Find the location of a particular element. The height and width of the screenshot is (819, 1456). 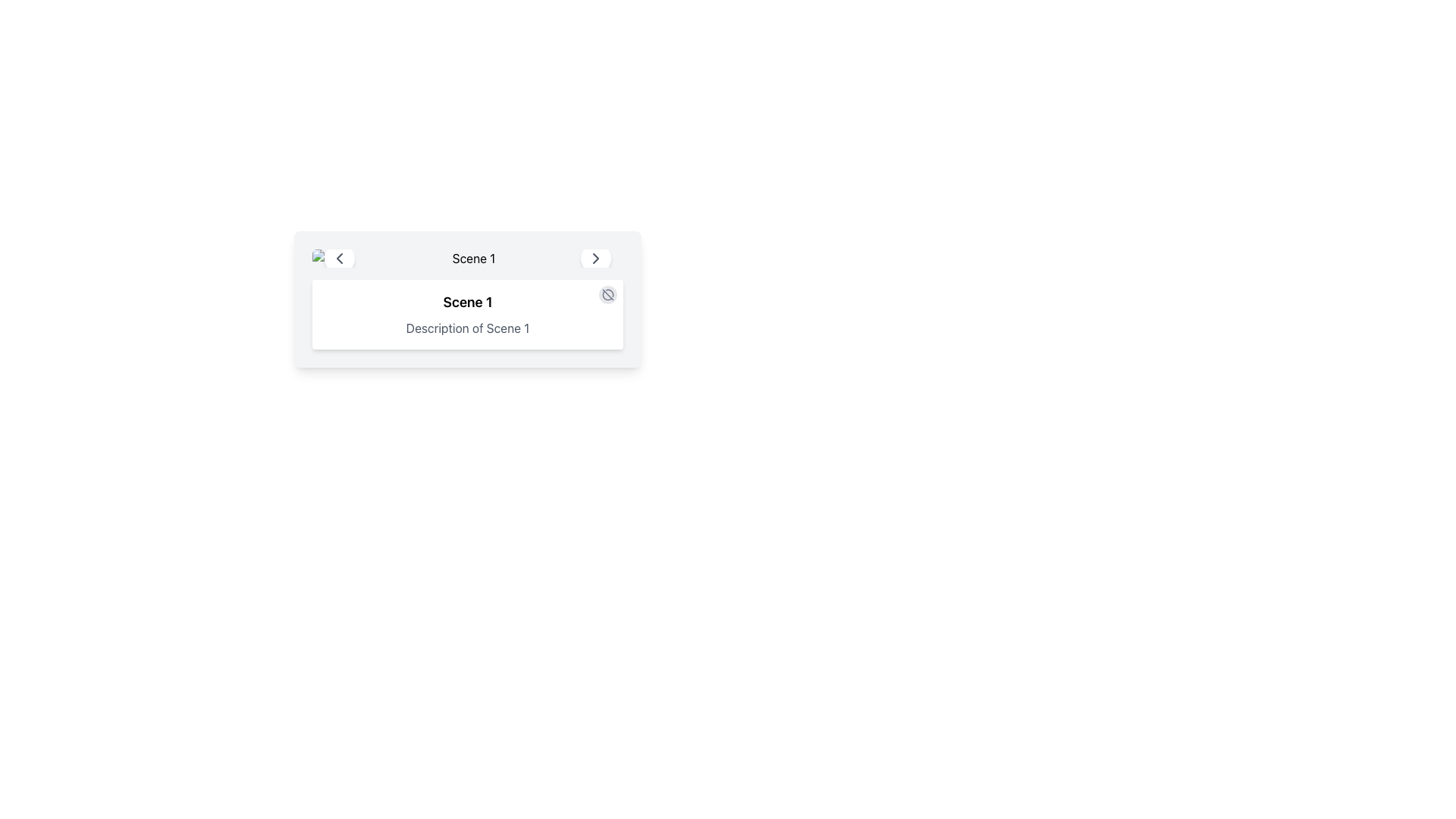

the left navigation icon (Chevron or Arrow) that allows the user to move left or go back to a previous page or section is located at coordinates (338, 257).